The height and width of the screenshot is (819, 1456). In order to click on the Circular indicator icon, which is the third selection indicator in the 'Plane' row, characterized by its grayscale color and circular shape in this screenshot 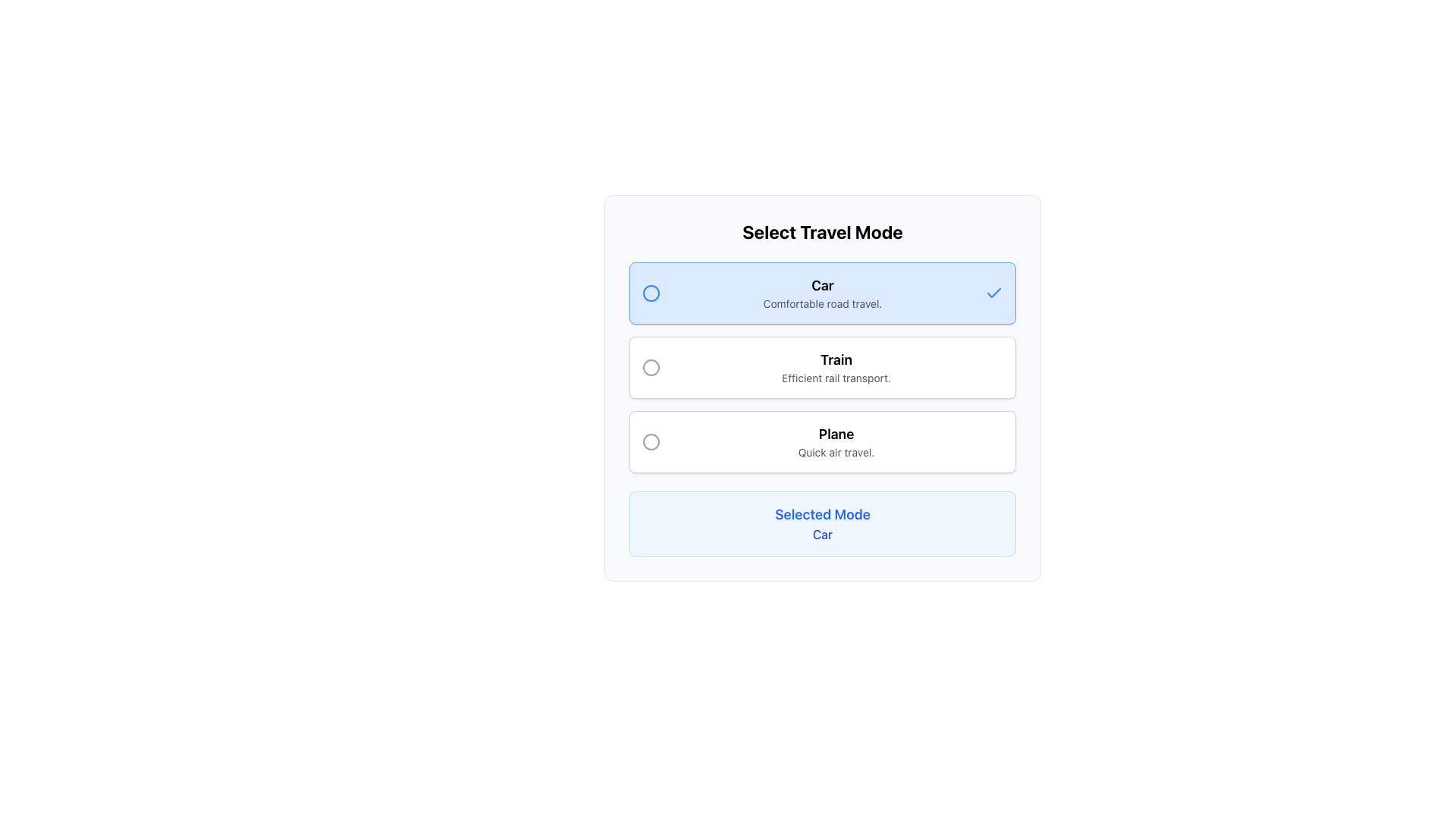, I will do `click(651, 441)`.